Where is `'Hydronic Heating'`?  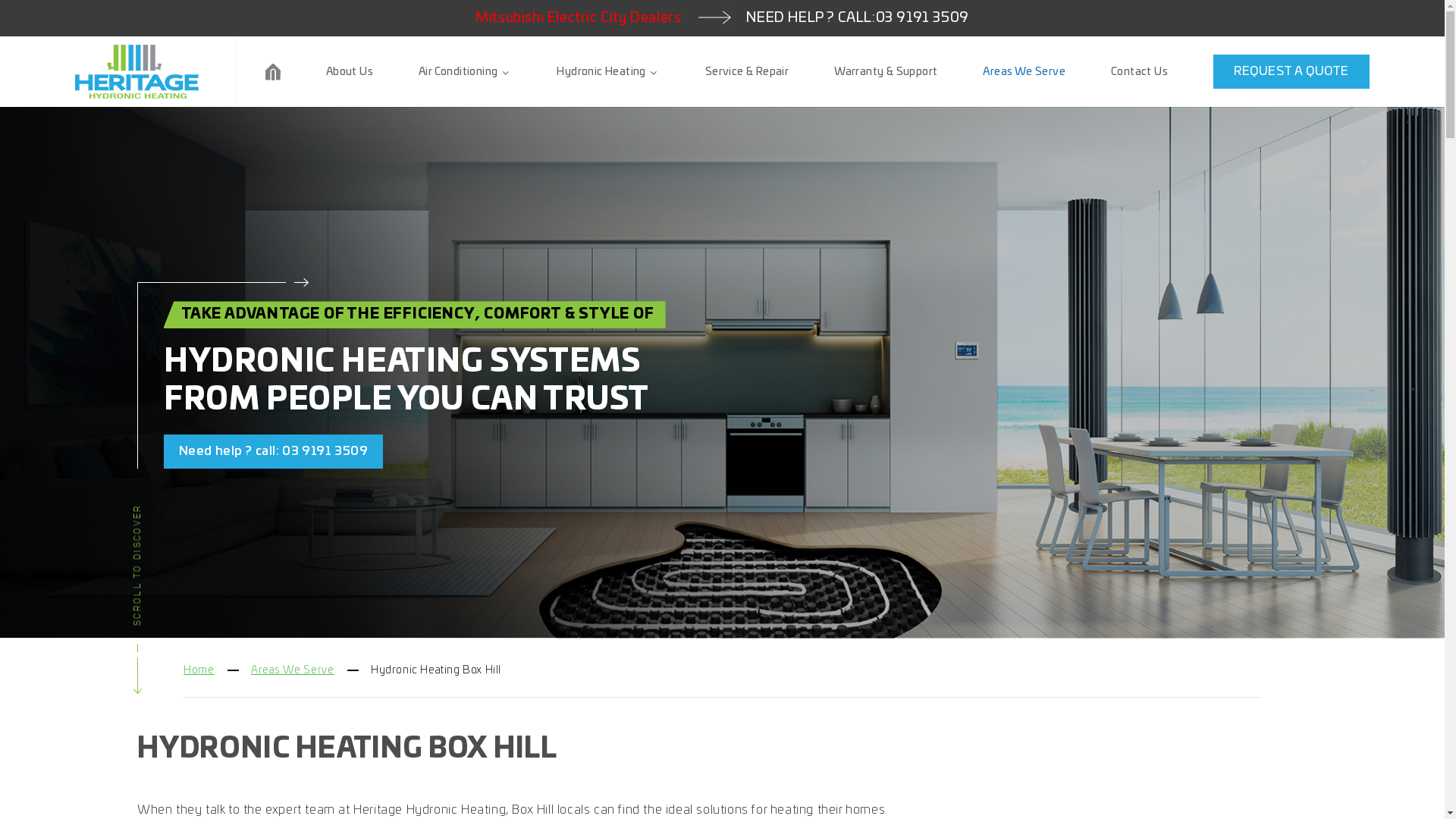
'Hydronic Heating' is located at coordinates (556, 71).